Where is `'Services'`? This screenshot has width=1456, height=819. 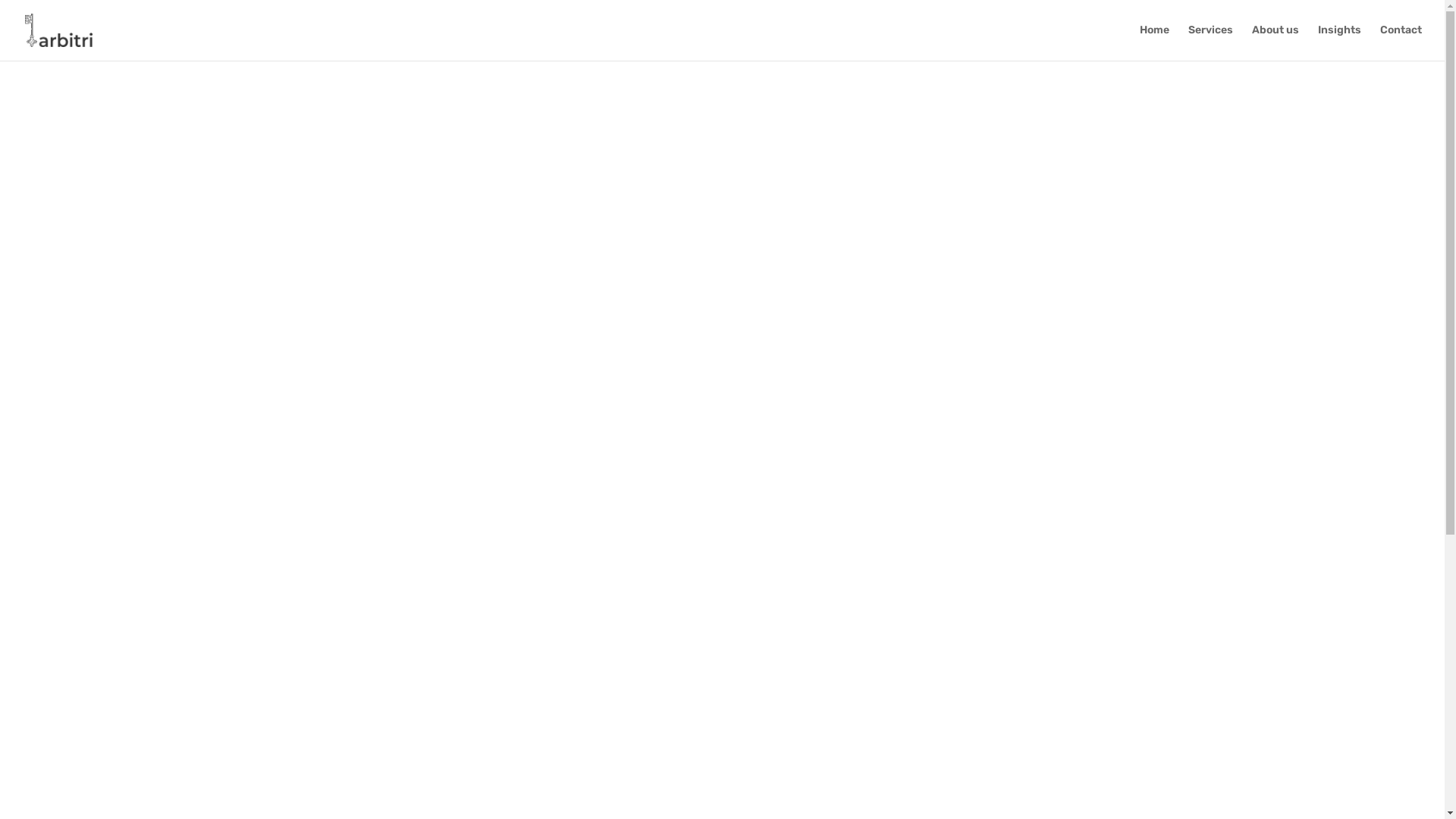 'Services' is located at coordinates (1210, 42).